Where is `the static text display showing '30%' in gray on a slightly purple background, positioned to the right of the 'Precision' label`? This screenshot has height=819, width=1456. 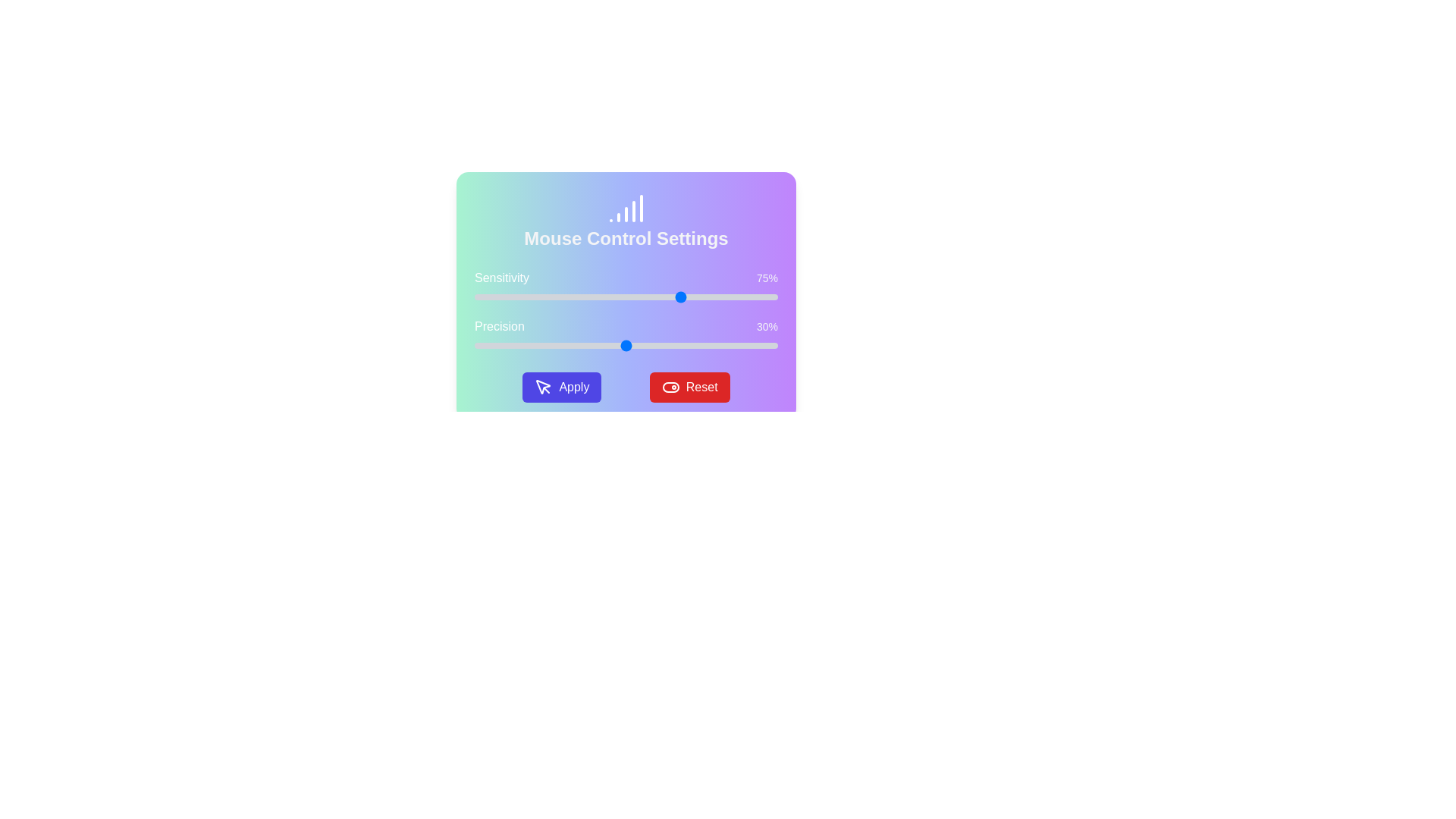
the static text display showing '30%' in gray on a slightly purple background, positioned to the right of the 'Precision' label is located at coordinates (767, 326).